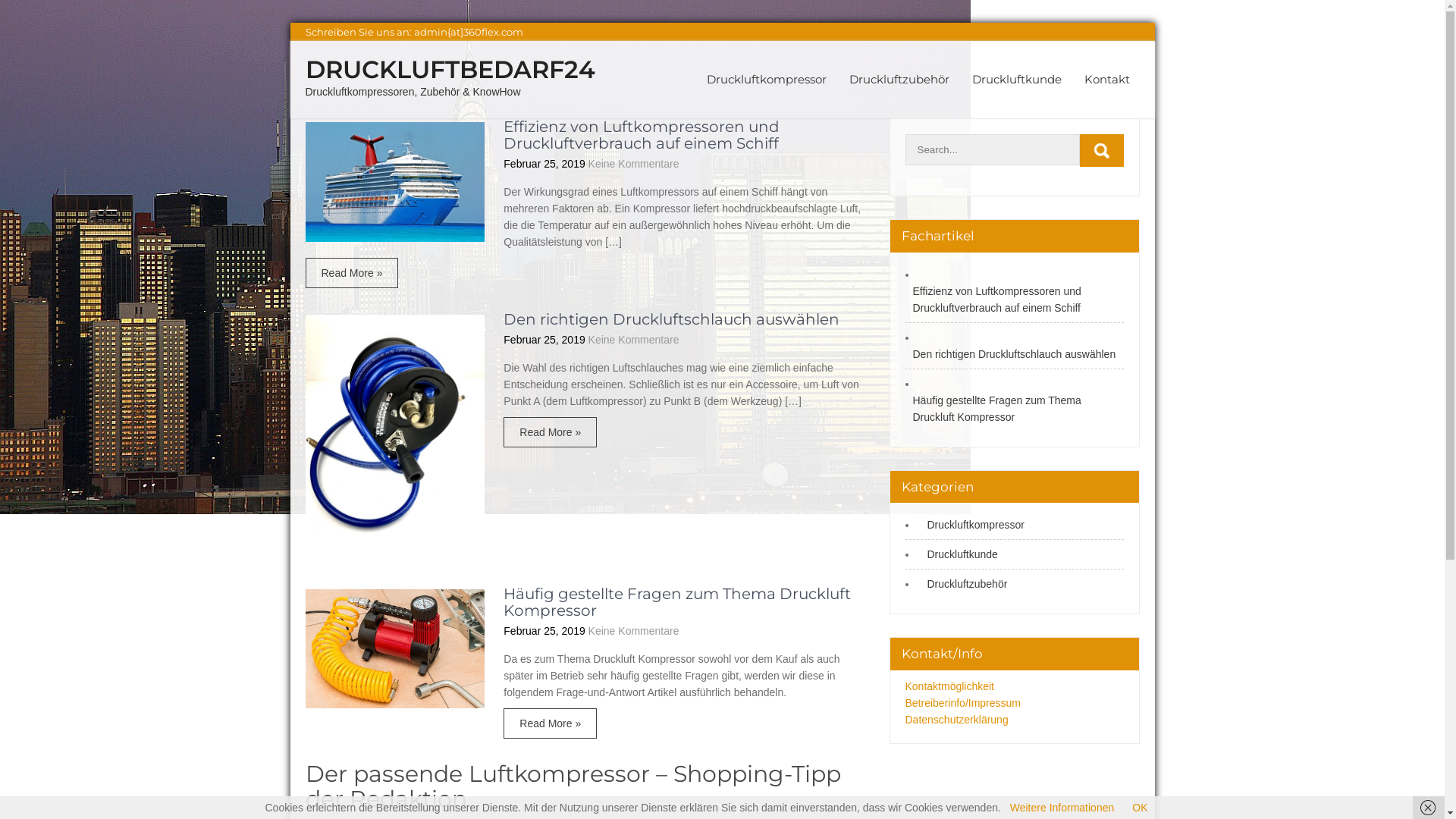  I want to click on 'Druckluftkompressor', so click(765, 79).